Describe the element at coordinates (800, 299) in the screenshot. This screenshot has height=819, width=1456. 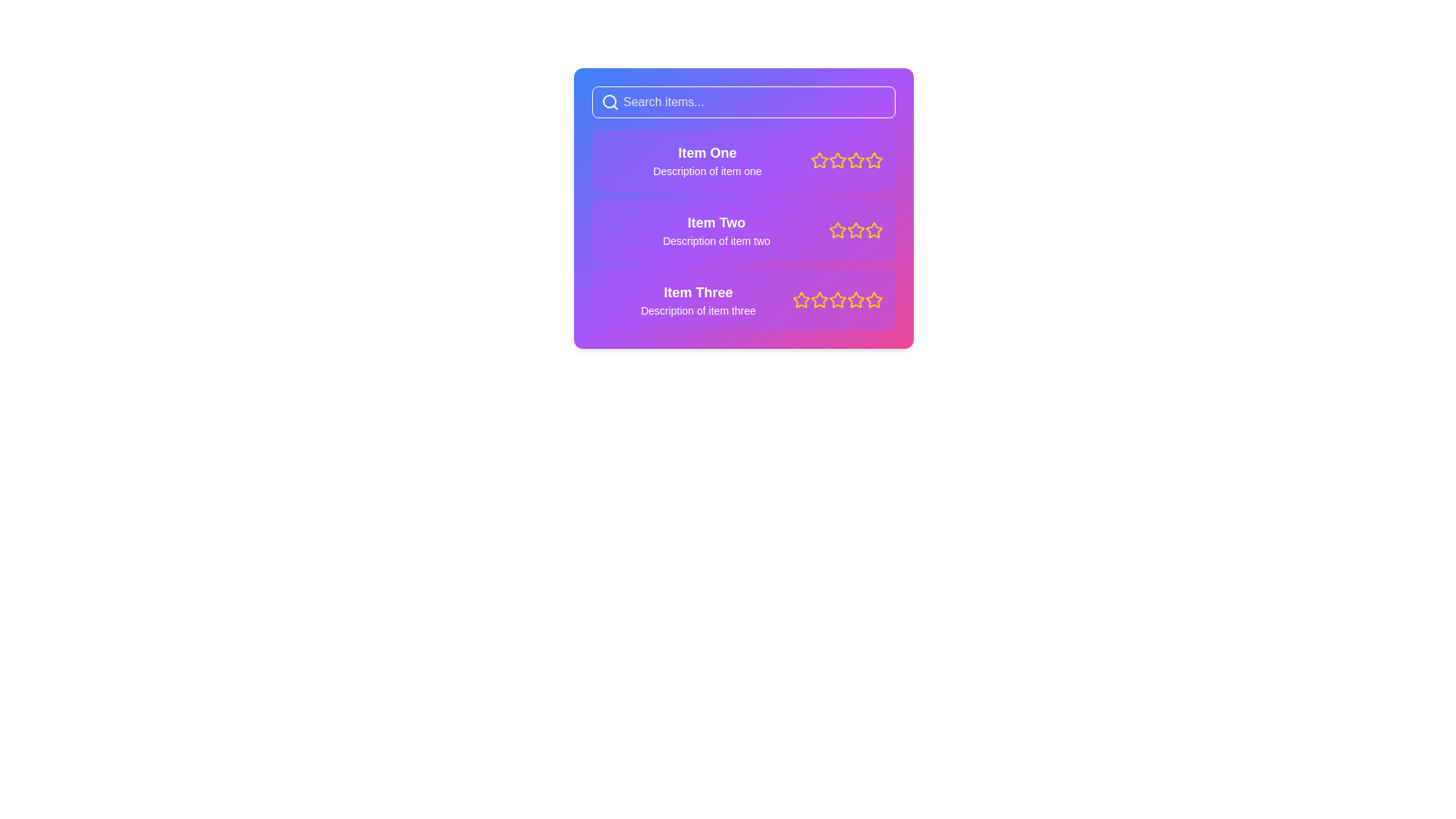
I see `the first yellow star icon in the rating row next to the 'Item Three' list item` at that location.